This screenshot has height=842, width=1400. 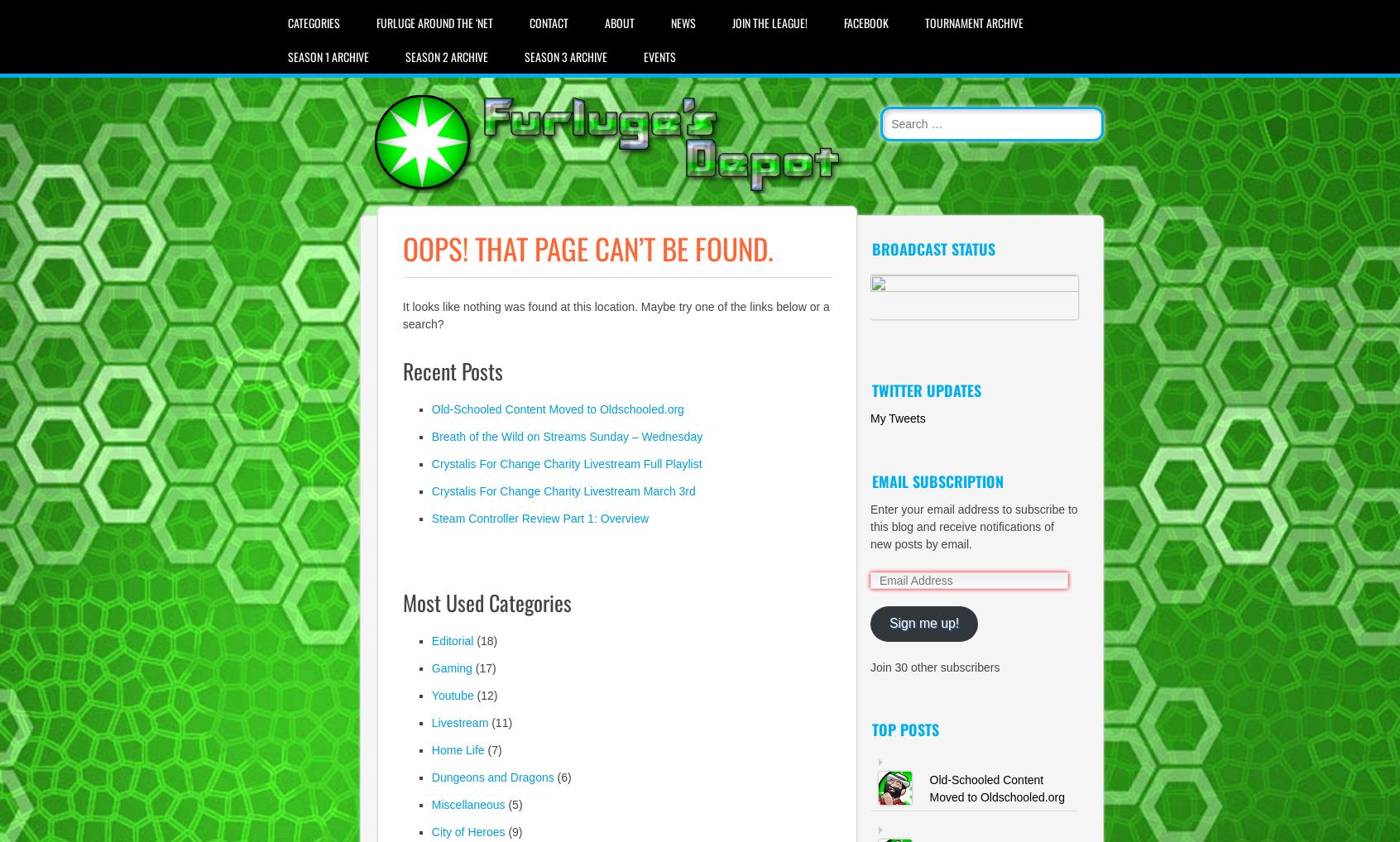 What do you see at coordinates (937, 481) in the screenshot?
I see `'Email Subscription'` at bounding box center [937, 481].